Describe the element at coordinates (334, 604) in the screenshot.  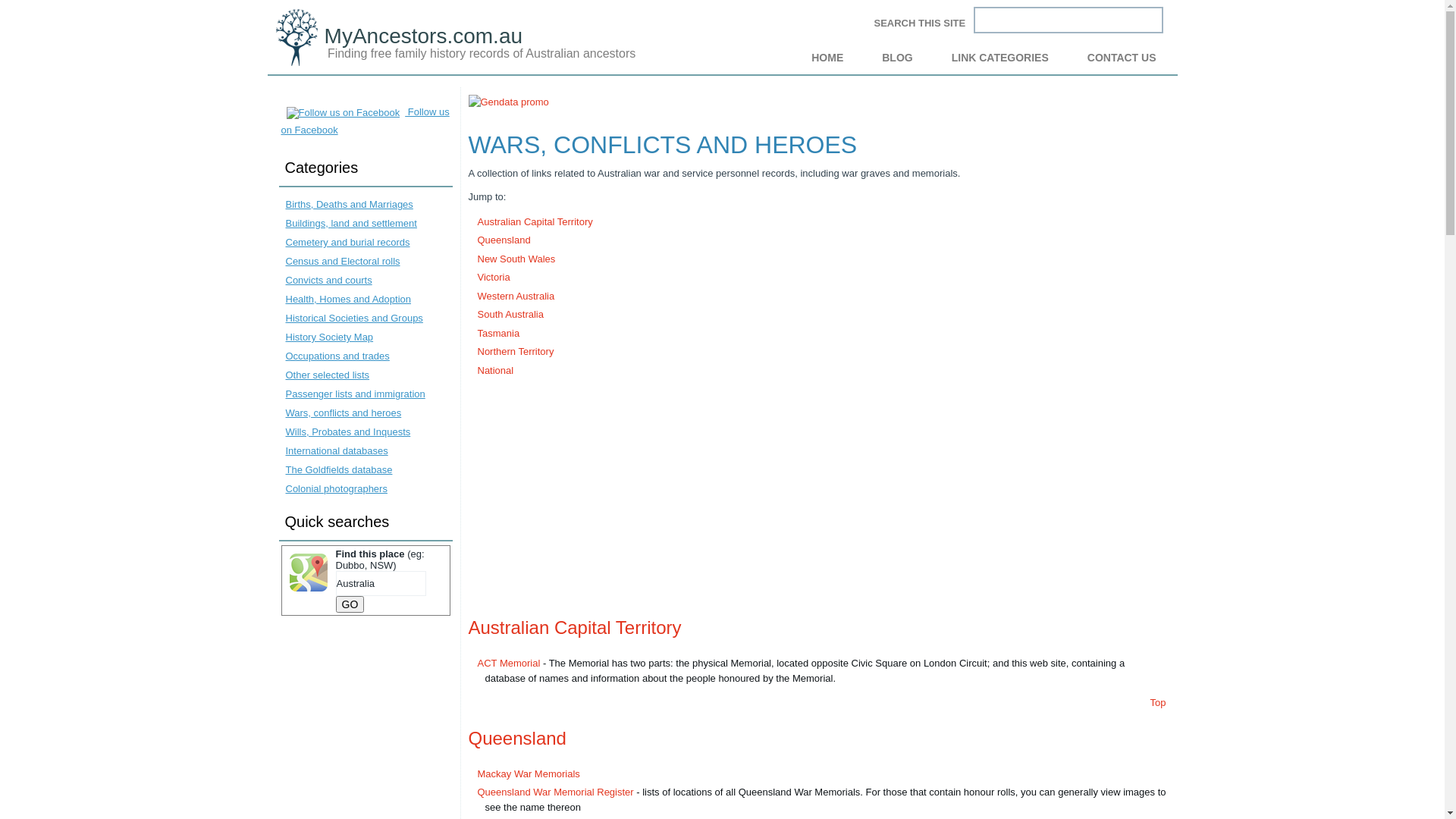
I see `'Go'` at that location.